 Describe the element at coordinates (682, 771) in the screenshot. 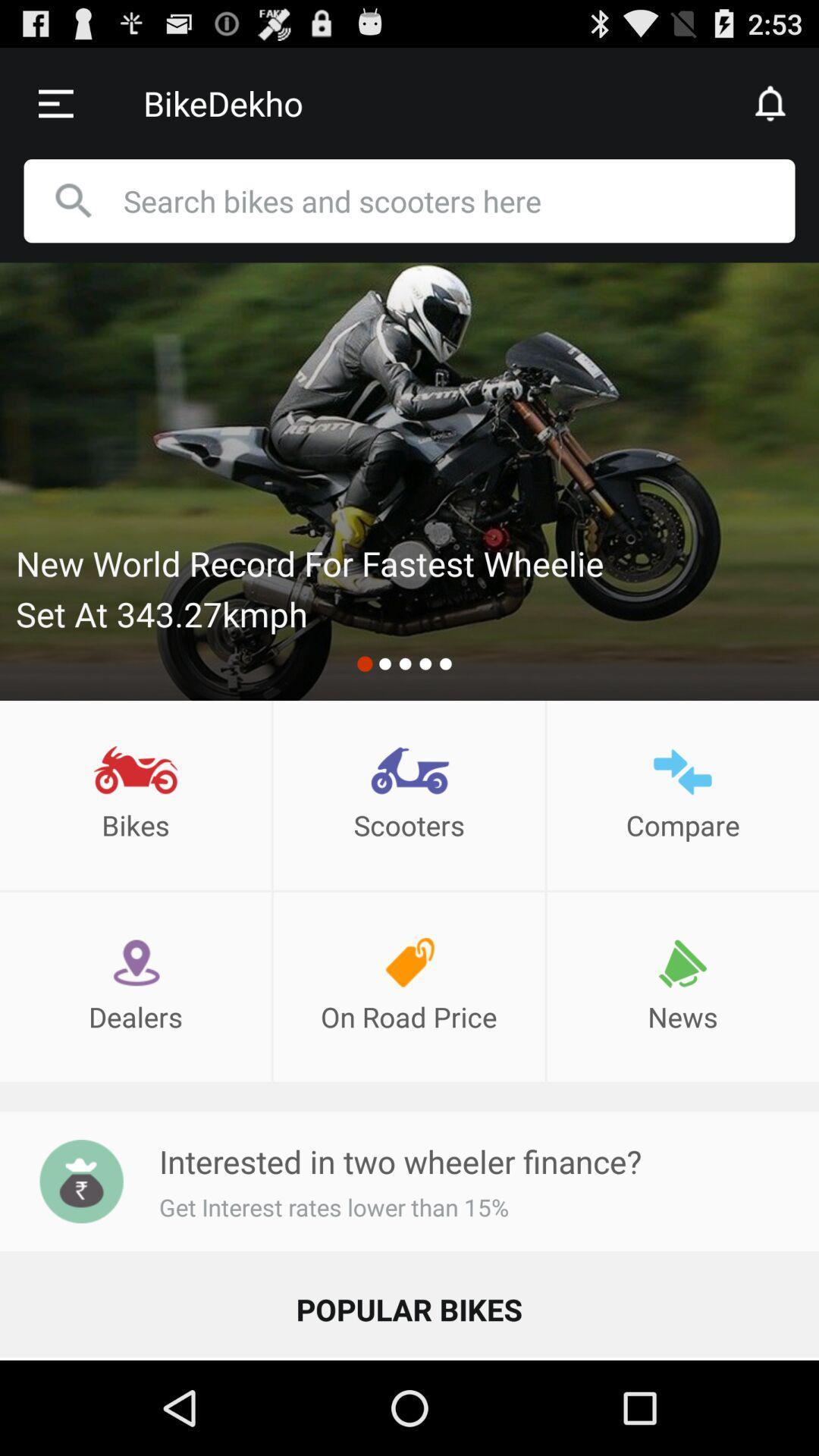

I see `the icon above compare` at that location.